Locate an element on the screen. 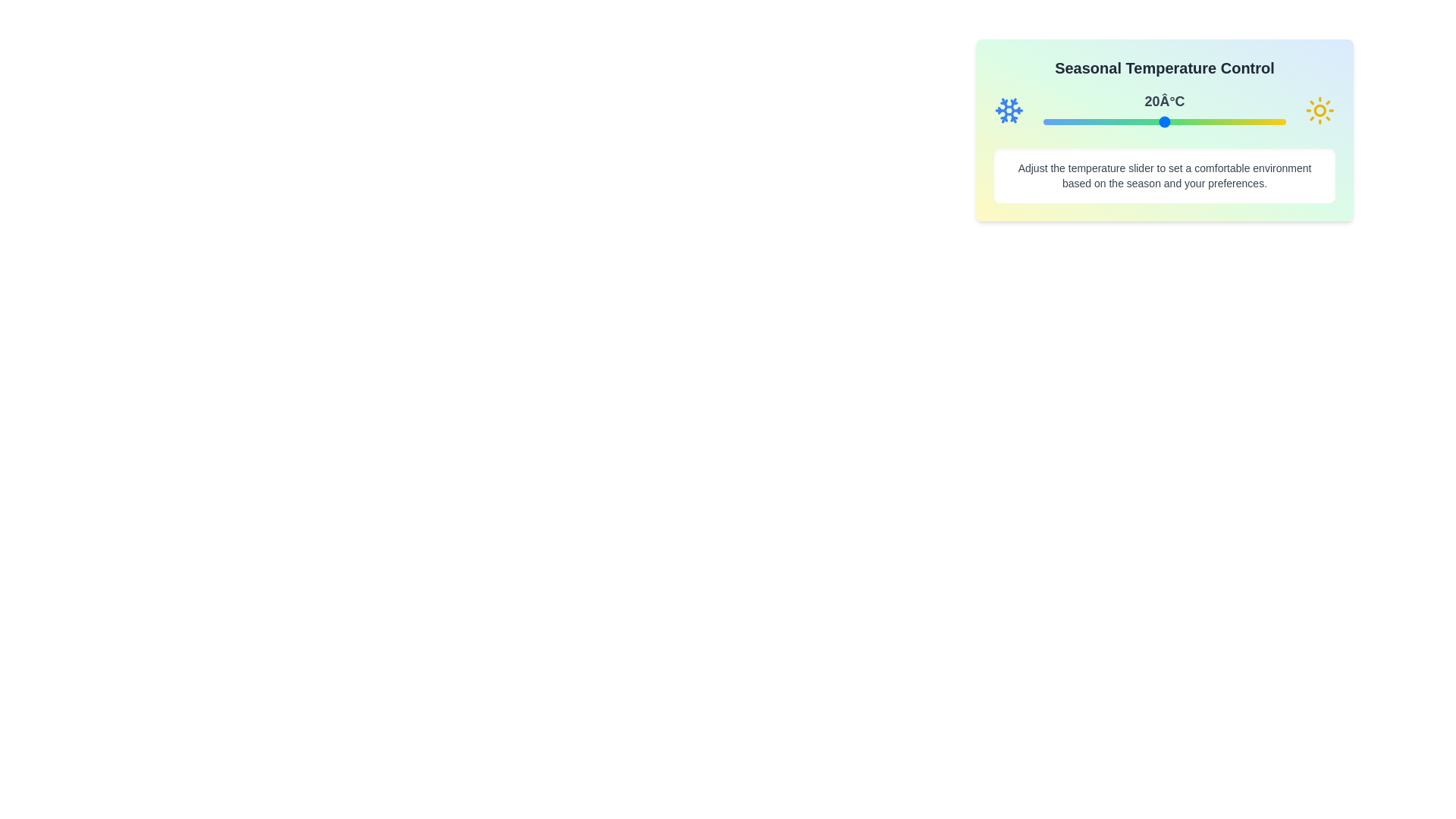 The image size is (1456, 819). the temperature slider to set the temperature to -8°C is located at coordinates (1050, 121).